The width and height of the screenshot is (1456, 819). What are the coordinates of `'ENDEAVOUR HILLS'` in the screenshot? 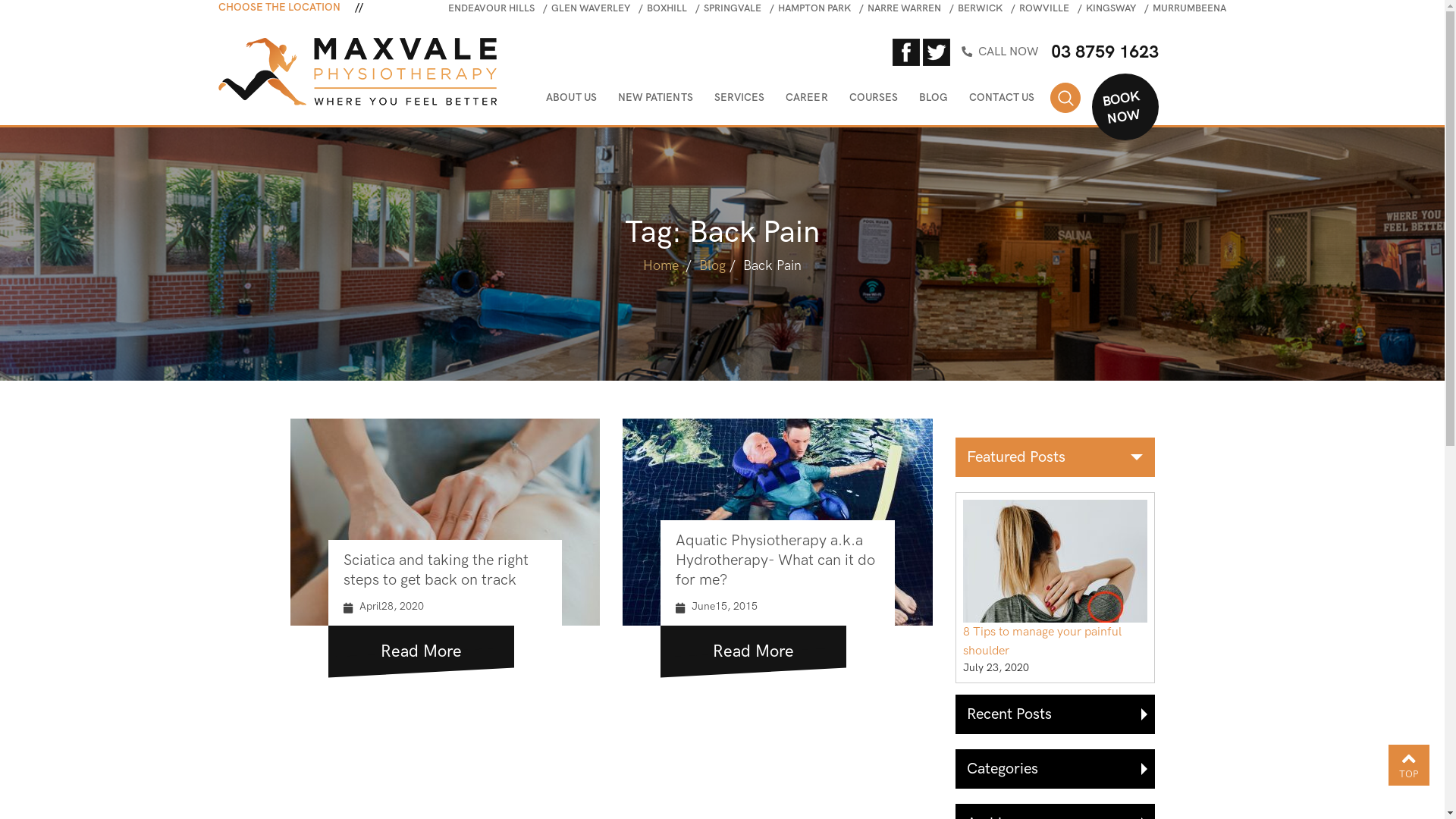 It's located at (491, 8).